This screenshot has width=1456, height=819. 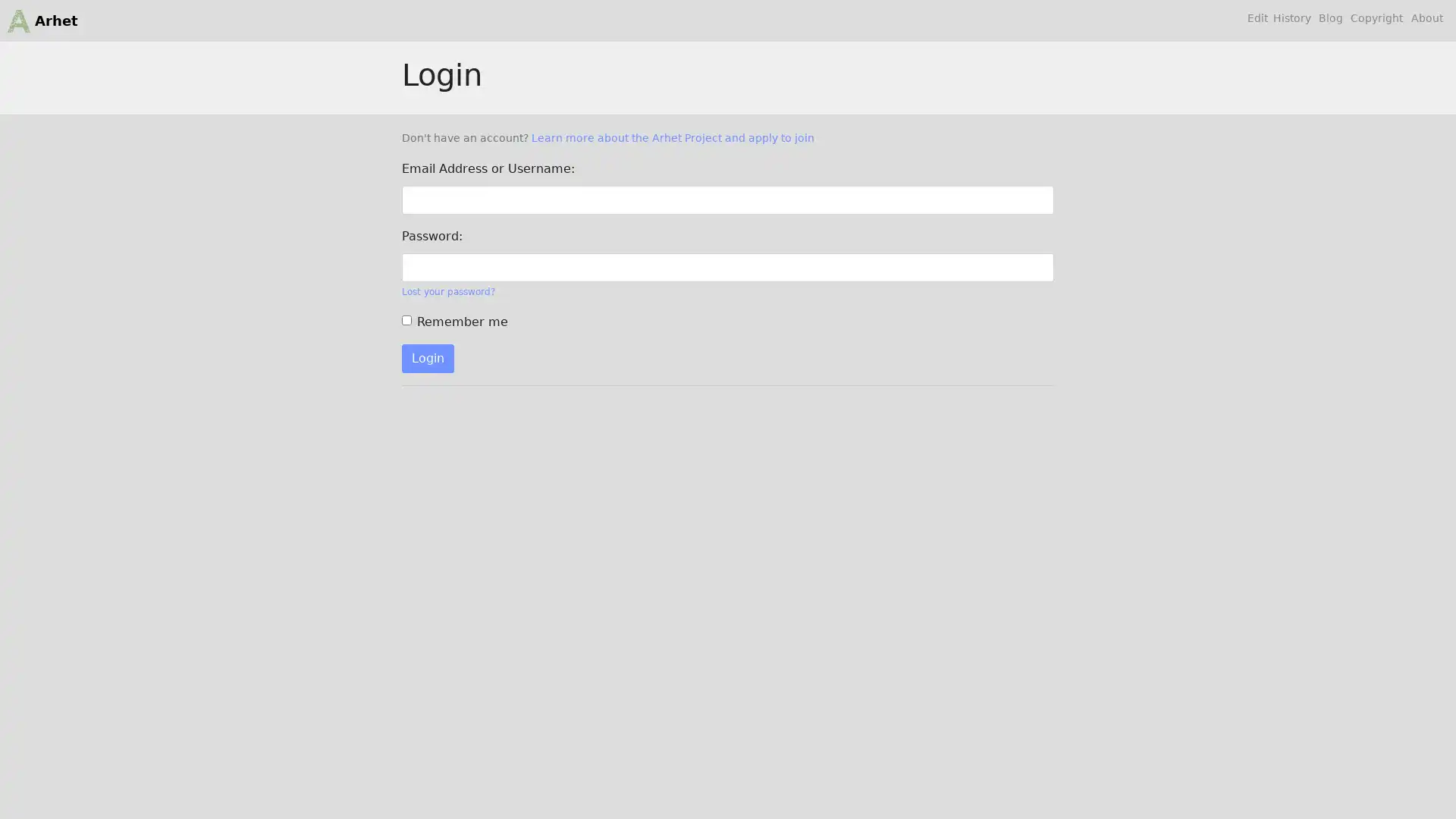 I want to click on Login, so click(x=427, y=359).